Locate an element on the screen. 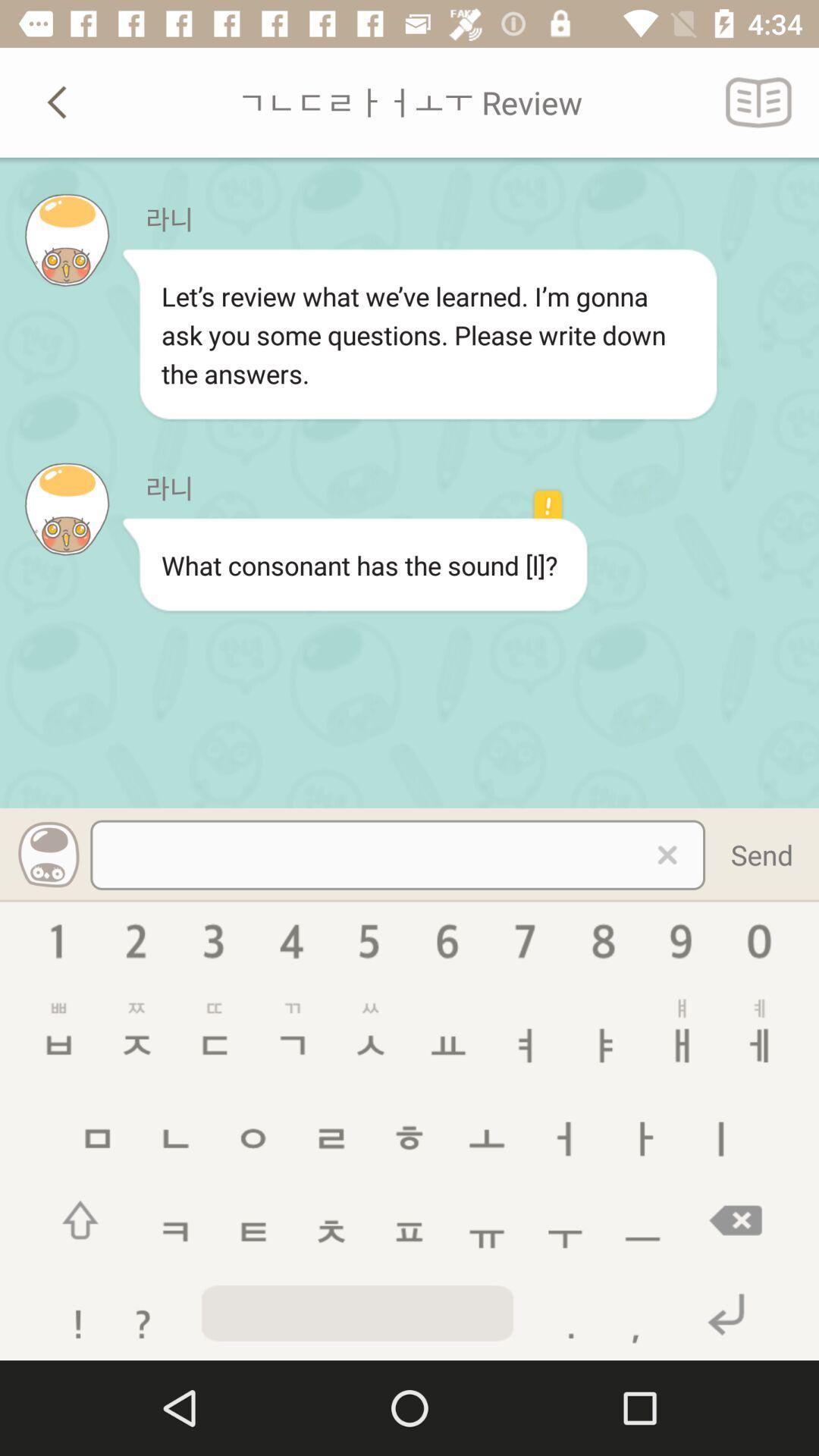 This screenshot has height=1456, width=819. the add icon is located at coordinates (642, 1127).